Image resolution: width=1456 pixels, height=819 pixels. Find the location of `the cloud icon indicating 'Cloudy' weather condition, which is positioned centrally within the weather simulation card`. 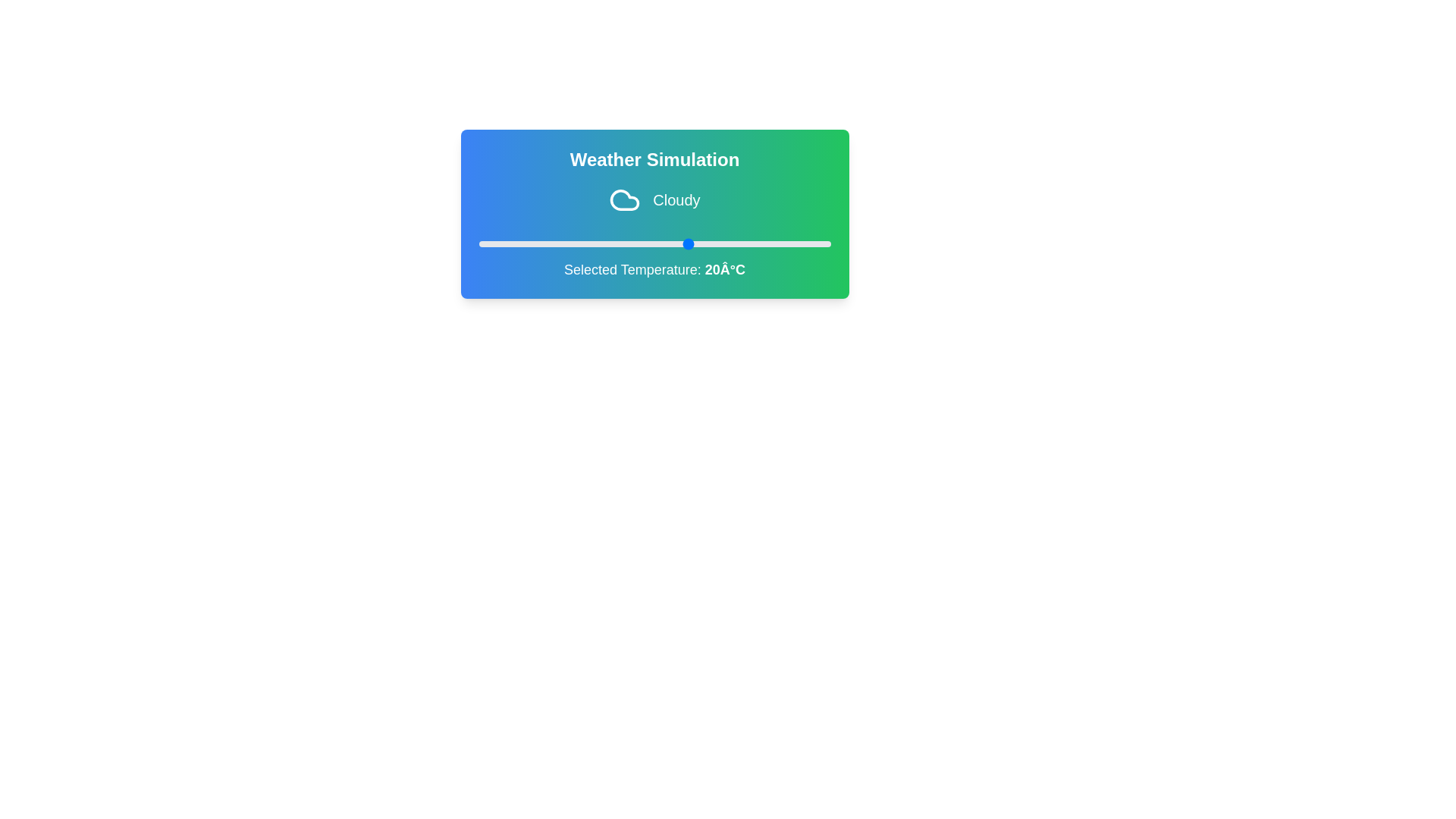

the cloud icon indicating 'Cloudy' weather condition, which is positioned centrally within the weather simulation card is located at coordinates (625, 199).